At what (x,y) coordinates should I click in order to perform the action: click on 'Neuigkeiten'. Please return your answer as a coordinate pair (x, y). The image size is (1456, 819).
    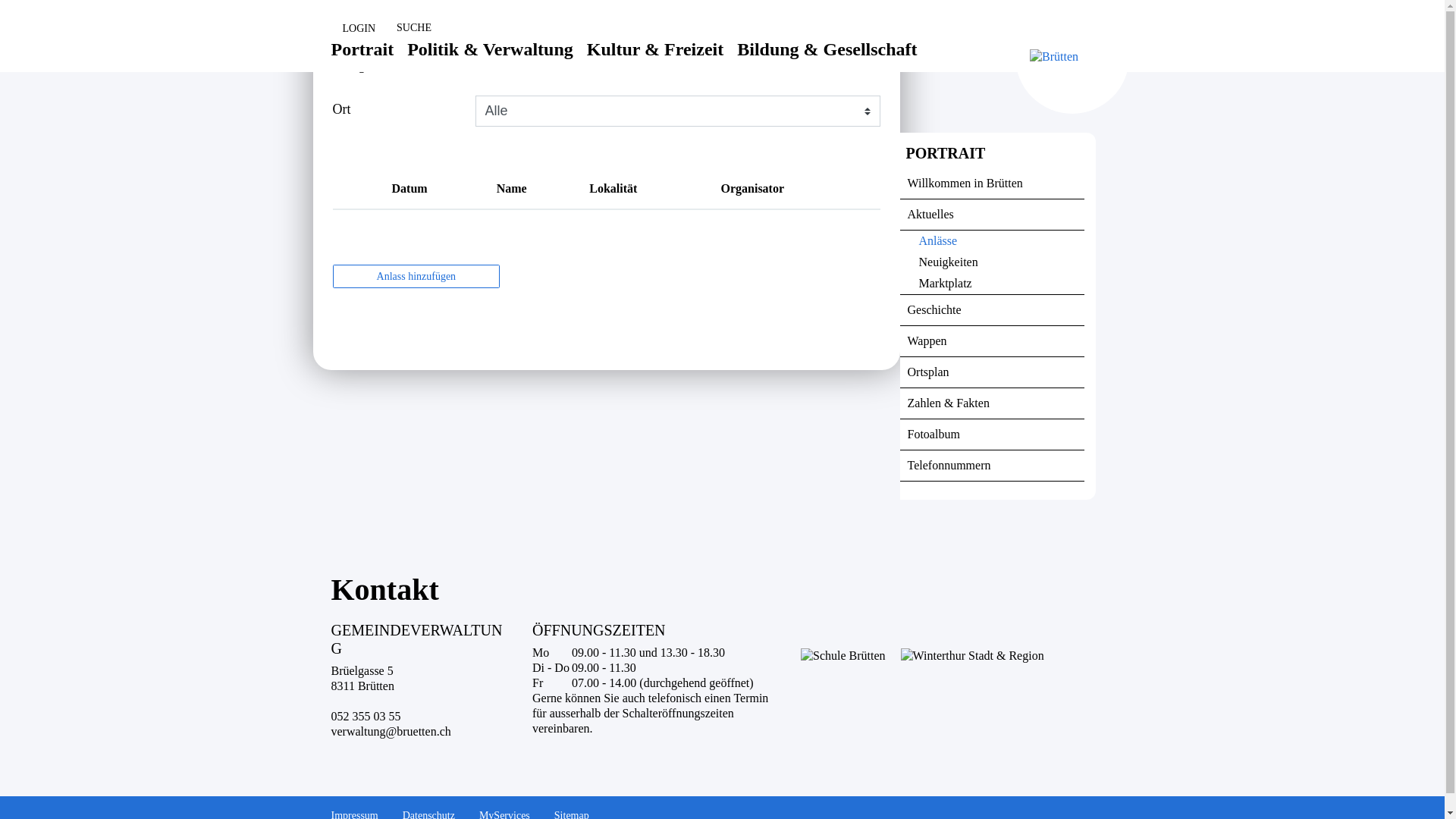
    Looking at the image, I should click on (991, 262).